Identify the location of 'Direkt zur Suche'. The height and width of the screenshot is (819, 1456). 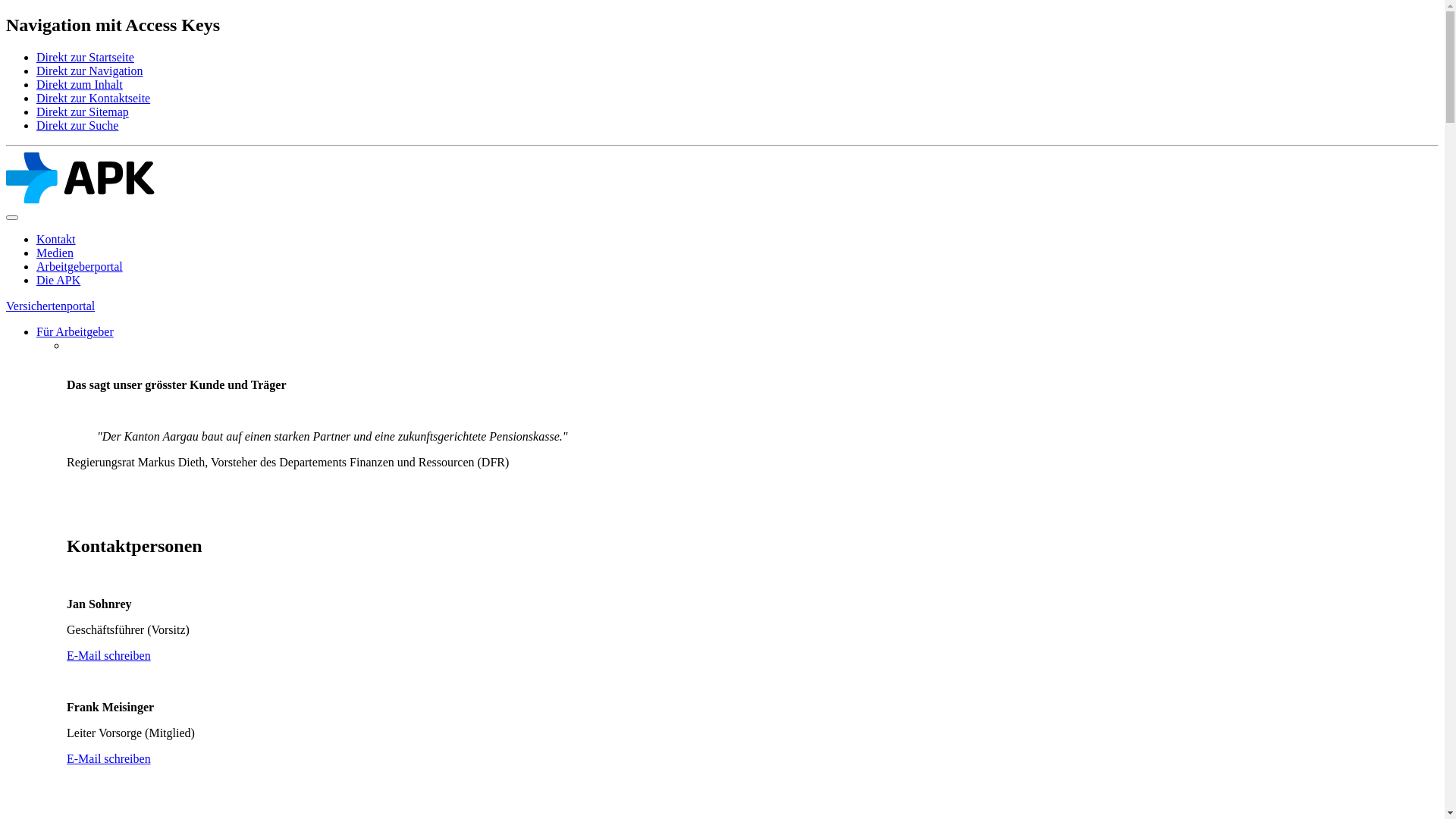
(76, 124).